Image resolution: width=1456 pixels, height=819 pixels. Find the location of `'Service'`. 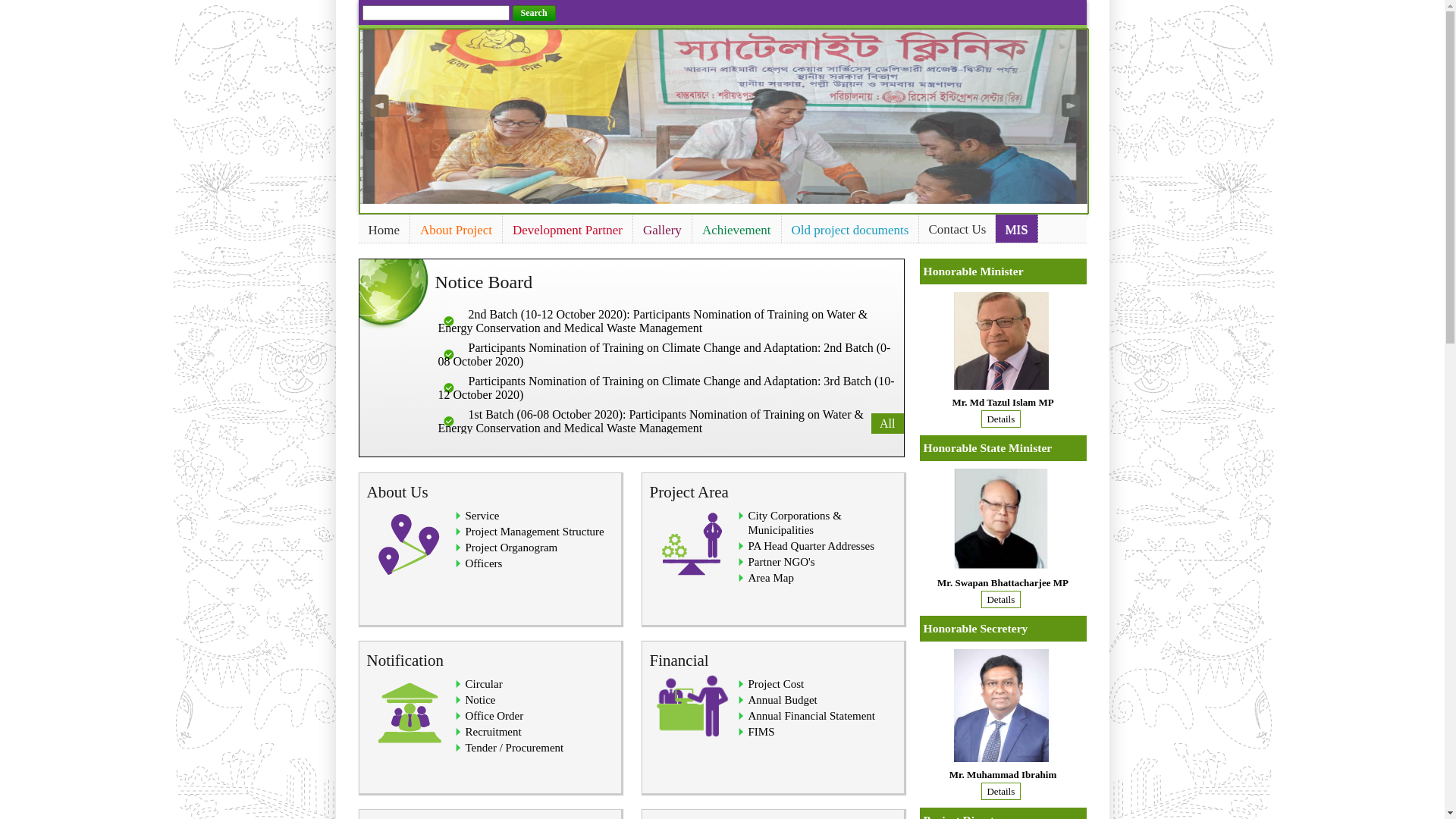

'Service' is located at coordinates (482, 514).